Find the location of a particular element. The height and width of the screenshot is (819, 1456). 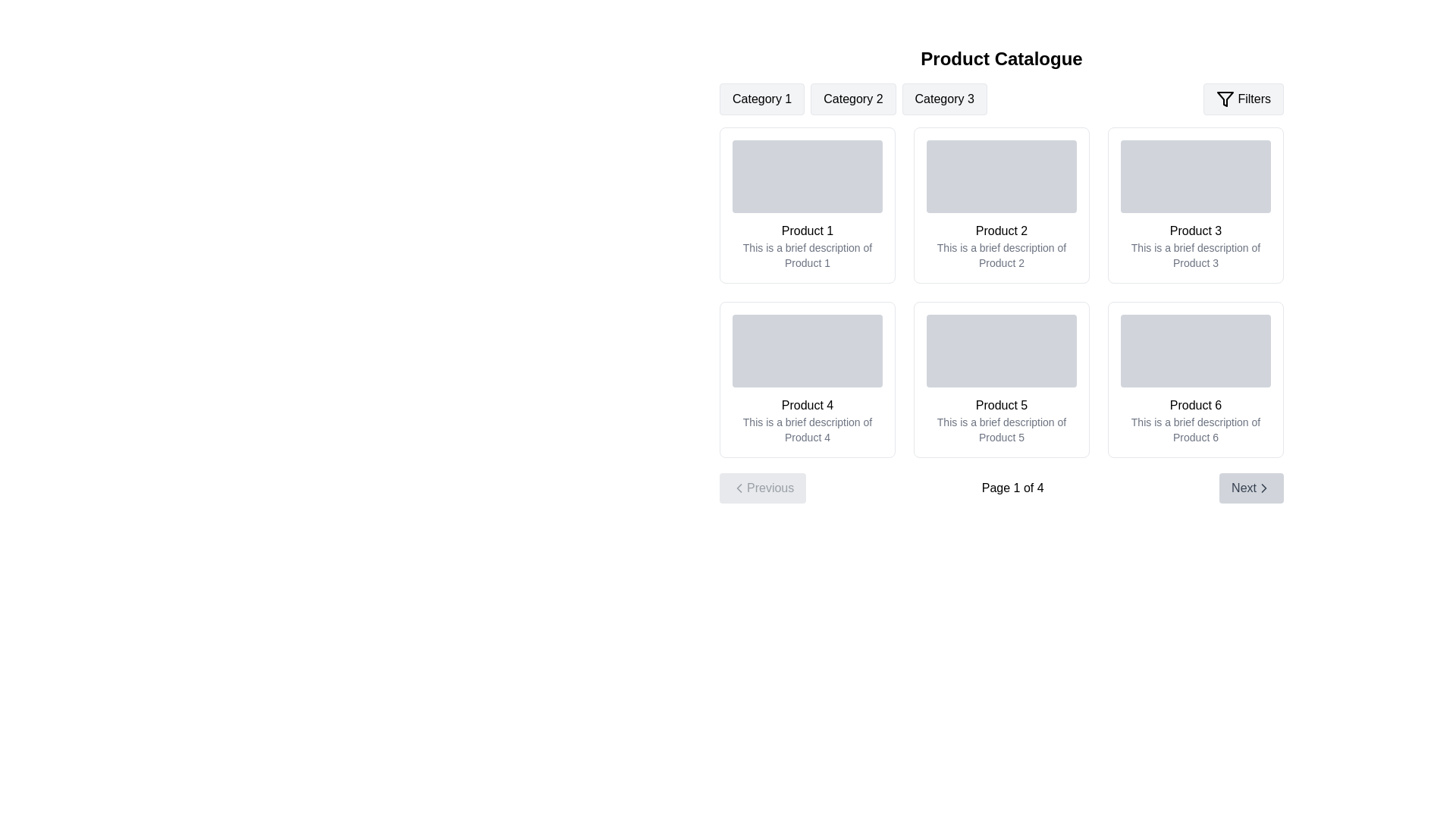

the text block stating 'This is a brief description of Product 6', which is styled with a small font size and gray text color, located at the bottom of the product card for 'Product 6' is located at coordinates (1195, 430).